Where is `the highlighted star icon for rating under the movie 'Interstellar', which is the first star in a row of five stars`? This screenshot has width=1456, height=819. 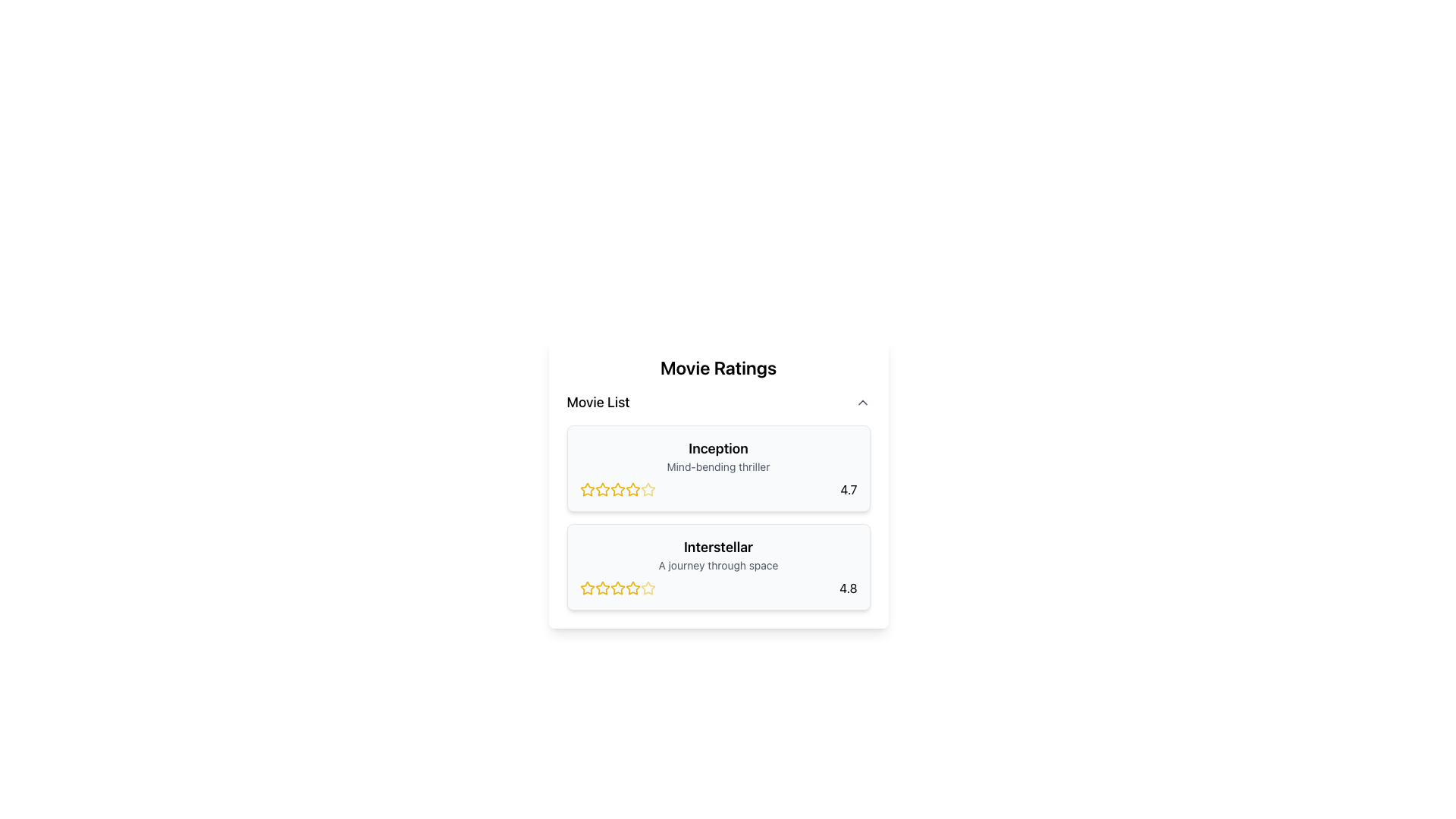
the highlighted star icon for rating under the movie 'Interstellar', which is the first star in a row of five stars is located at coordinates (586, 587).